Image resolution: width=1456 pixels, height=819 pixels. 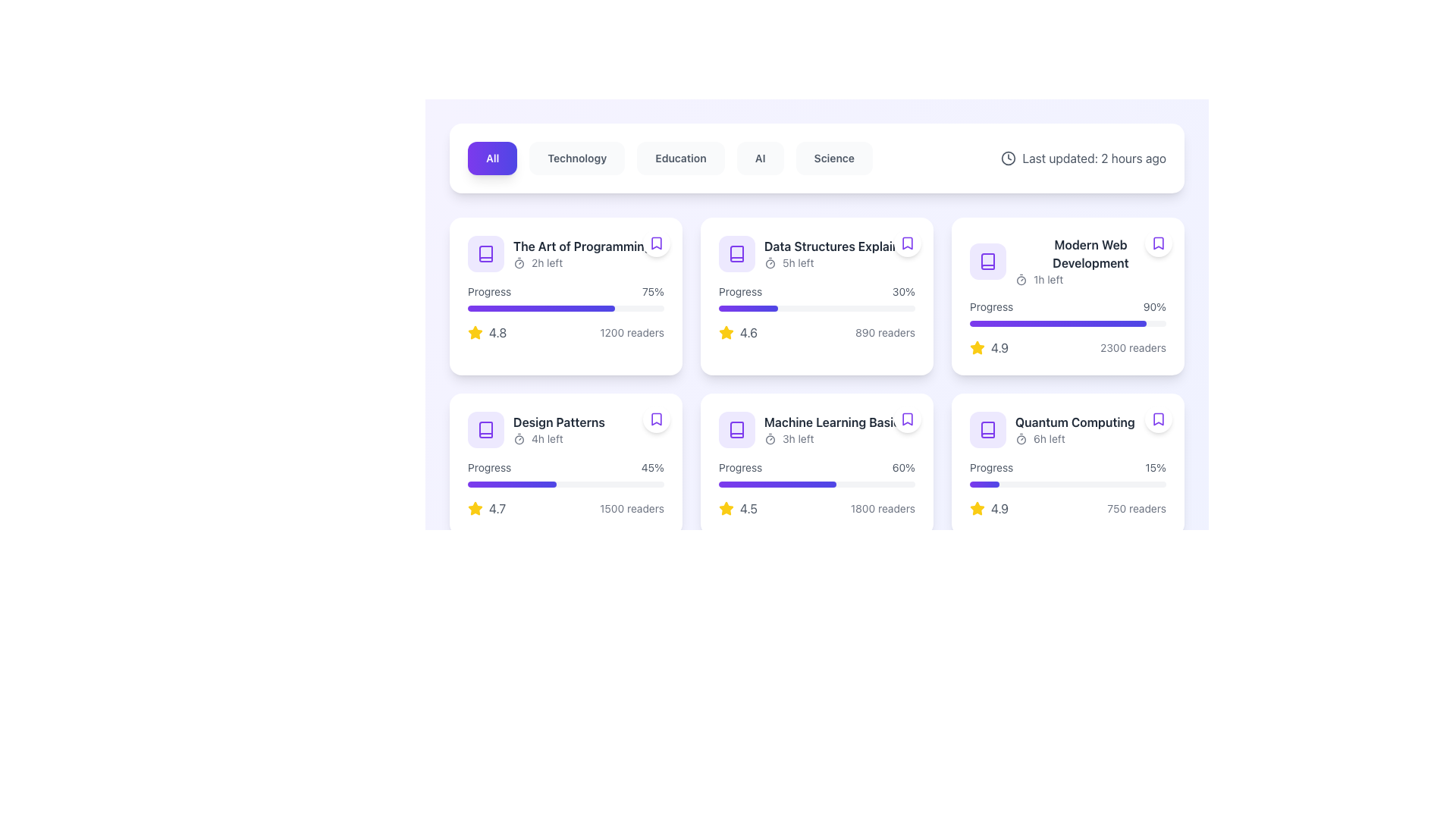 What do you see at coordinates (760, 158) in the screenshot?
I see `the 'AI' button in the navigation bar` at bounding box center [760, 158].